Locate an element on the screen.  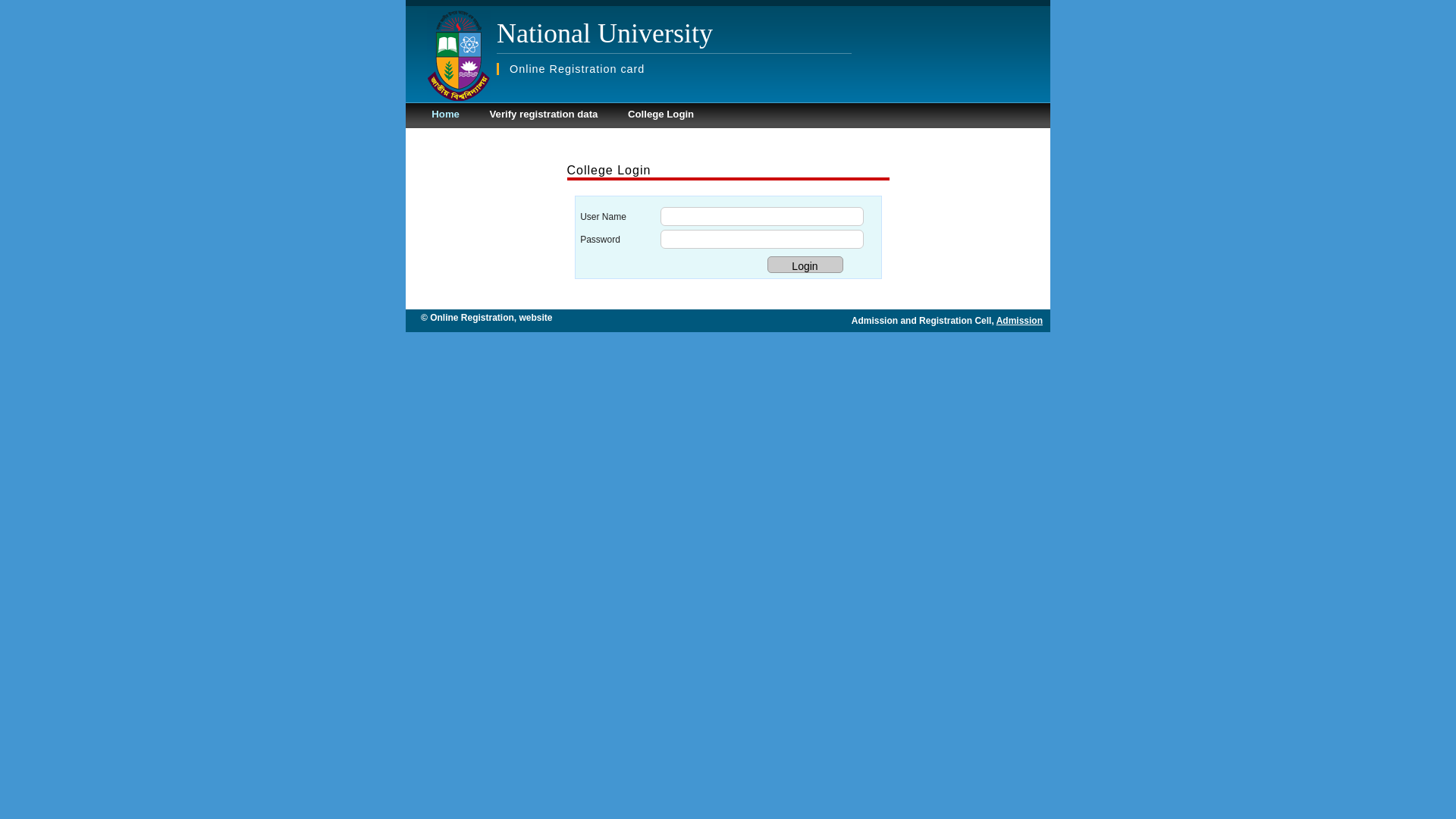
'Admission' is located at coordinates (1019, 320).